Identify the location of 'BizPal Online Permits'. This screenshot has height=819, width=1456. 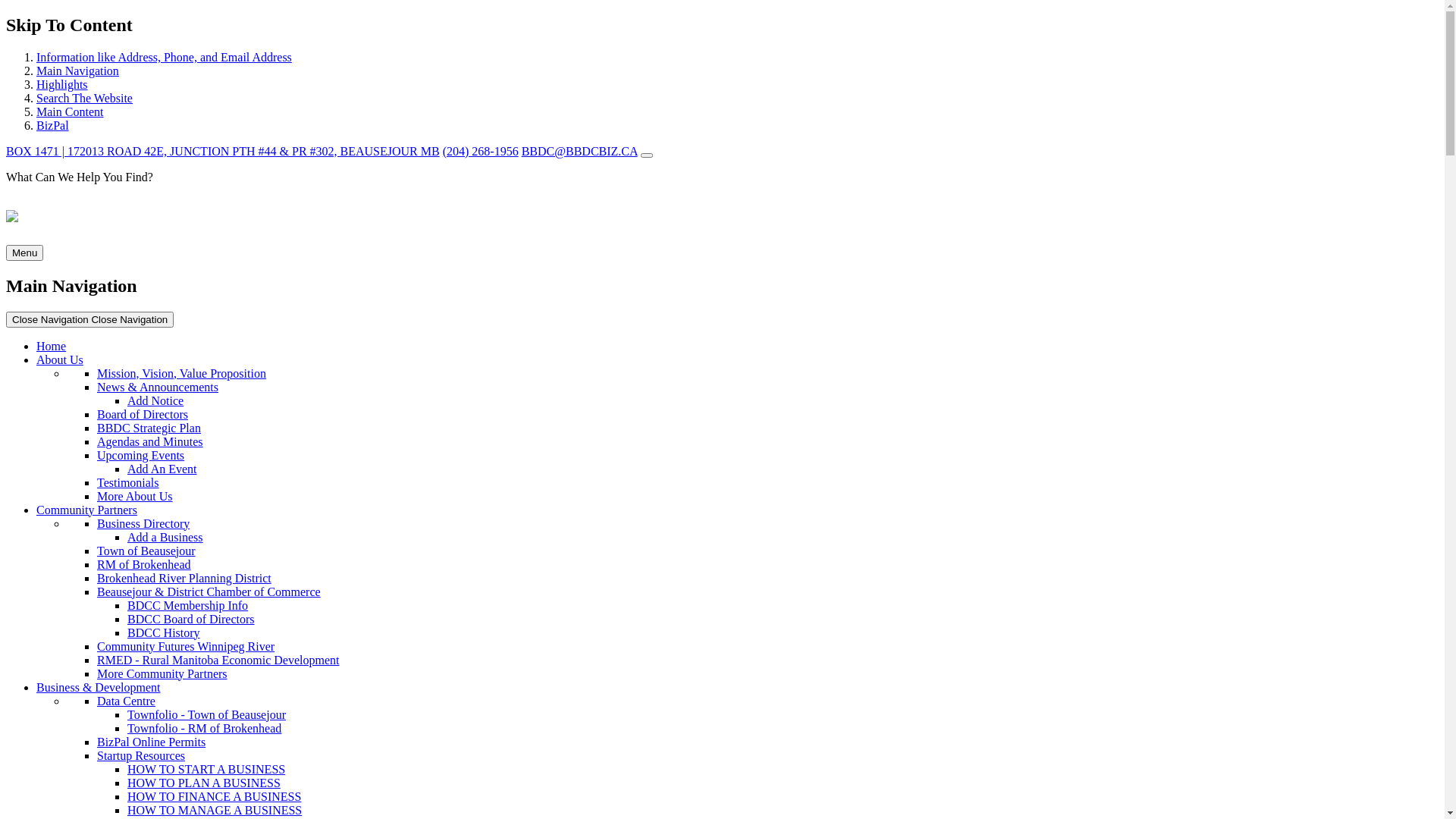
(151, 741).